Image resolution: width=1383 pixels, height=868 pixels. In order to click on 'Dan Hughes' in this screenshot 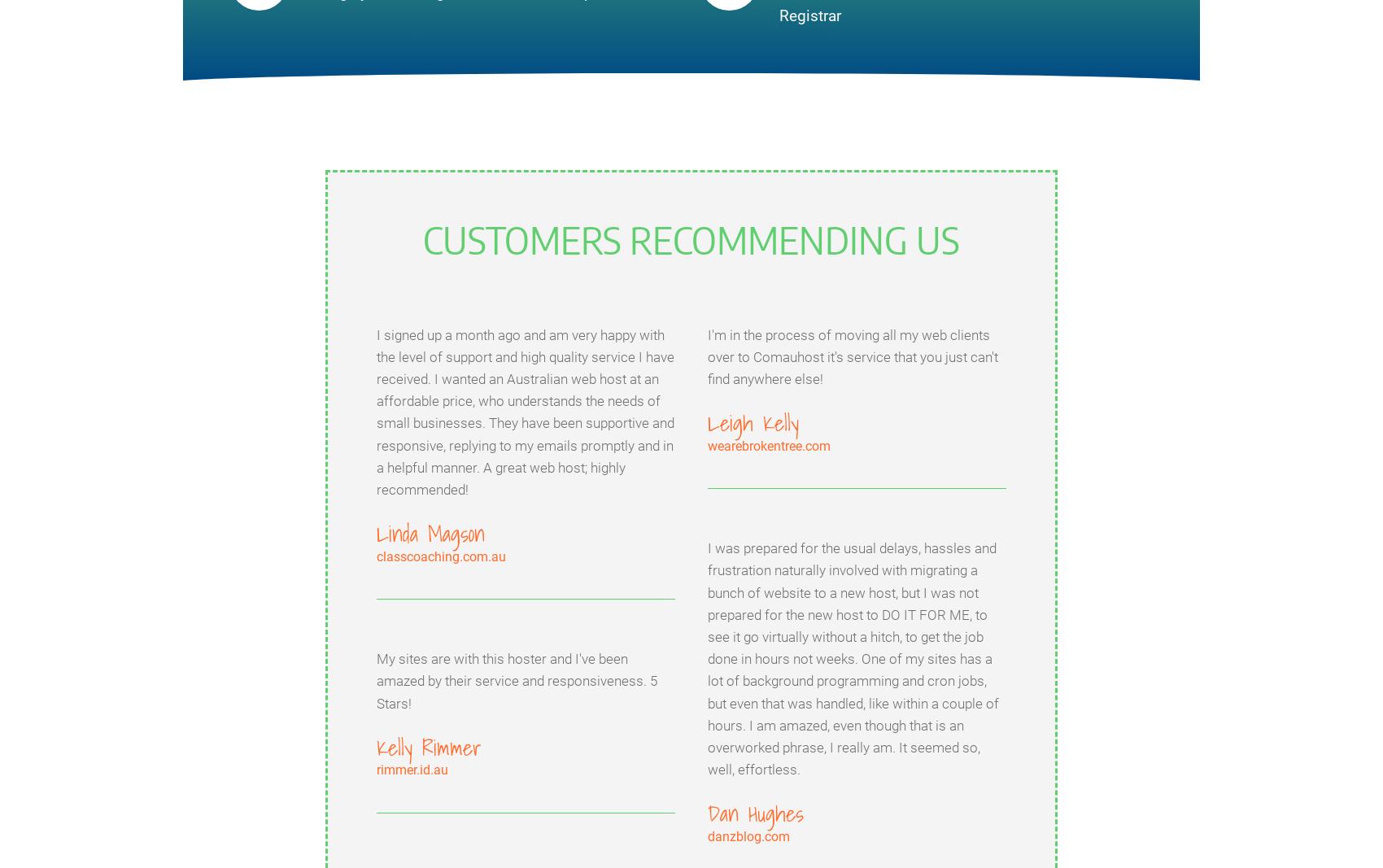, I will do `click(708, 813)`.